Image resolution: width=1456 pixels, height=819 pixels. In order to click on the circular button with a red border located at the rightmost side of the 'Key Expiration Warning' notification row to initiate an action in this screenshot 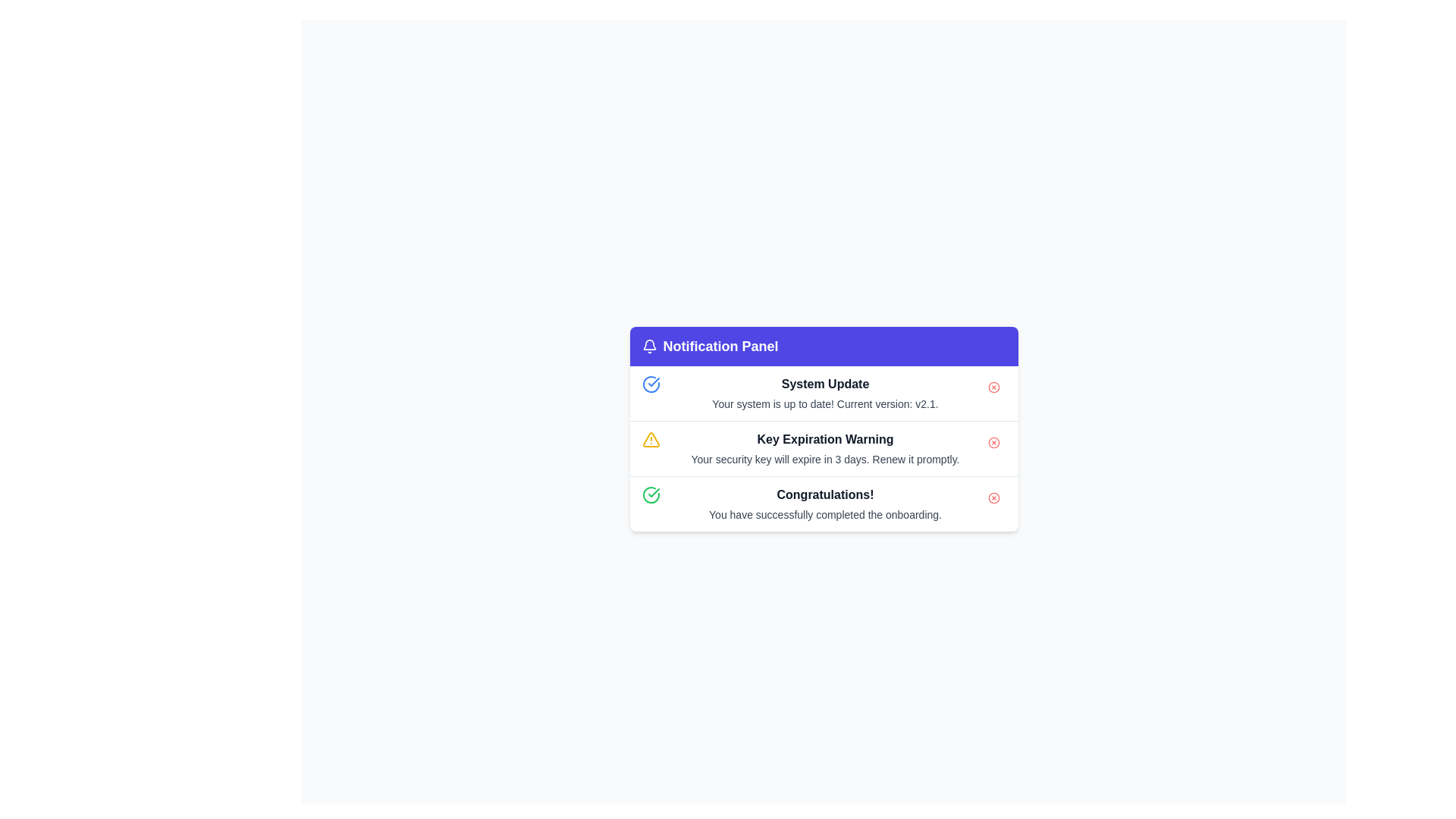, I will do `click(993, 442)`.